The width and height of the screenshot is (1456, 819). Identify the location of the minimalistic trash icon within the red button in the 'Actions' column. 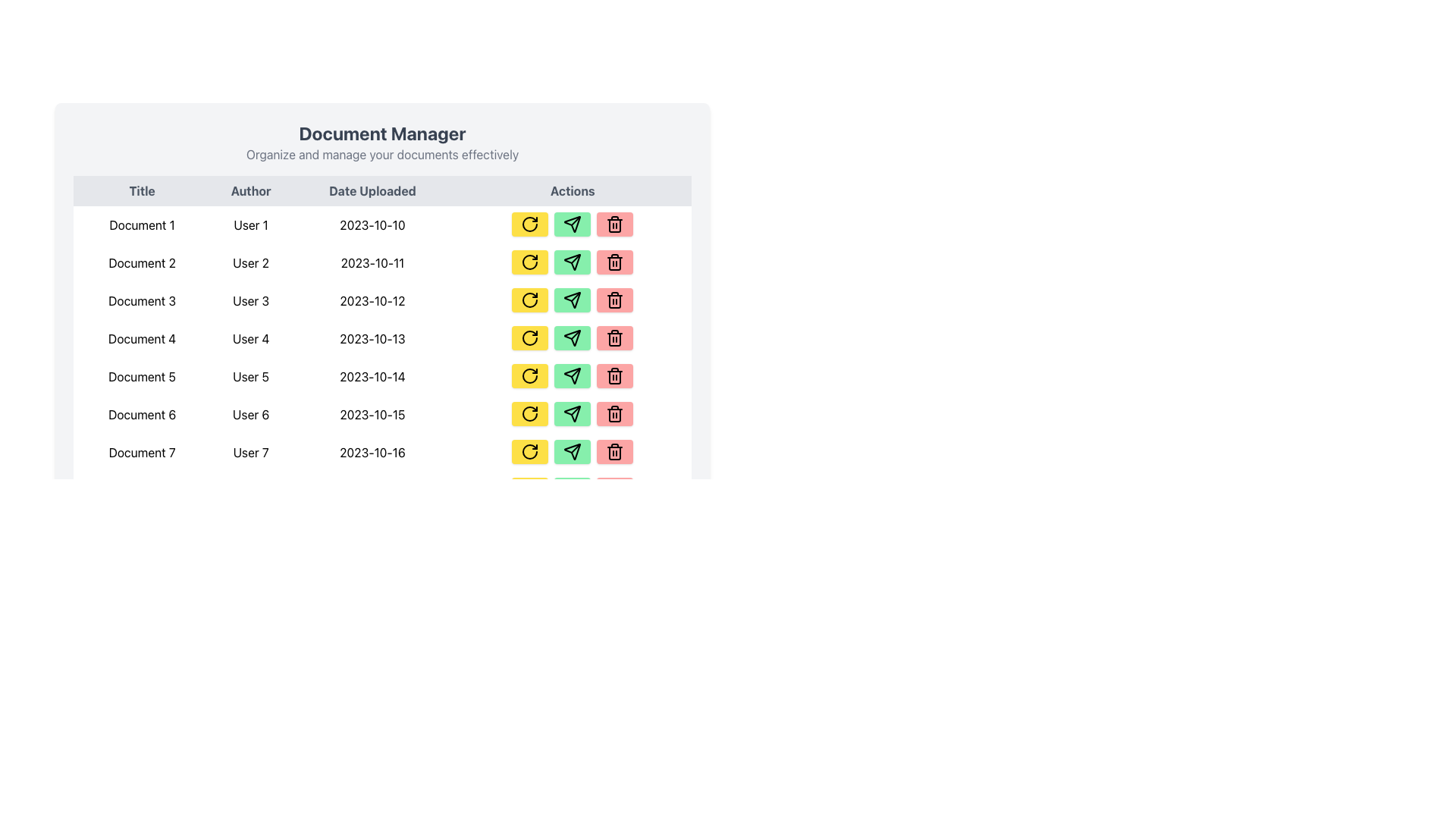
(615, 300).